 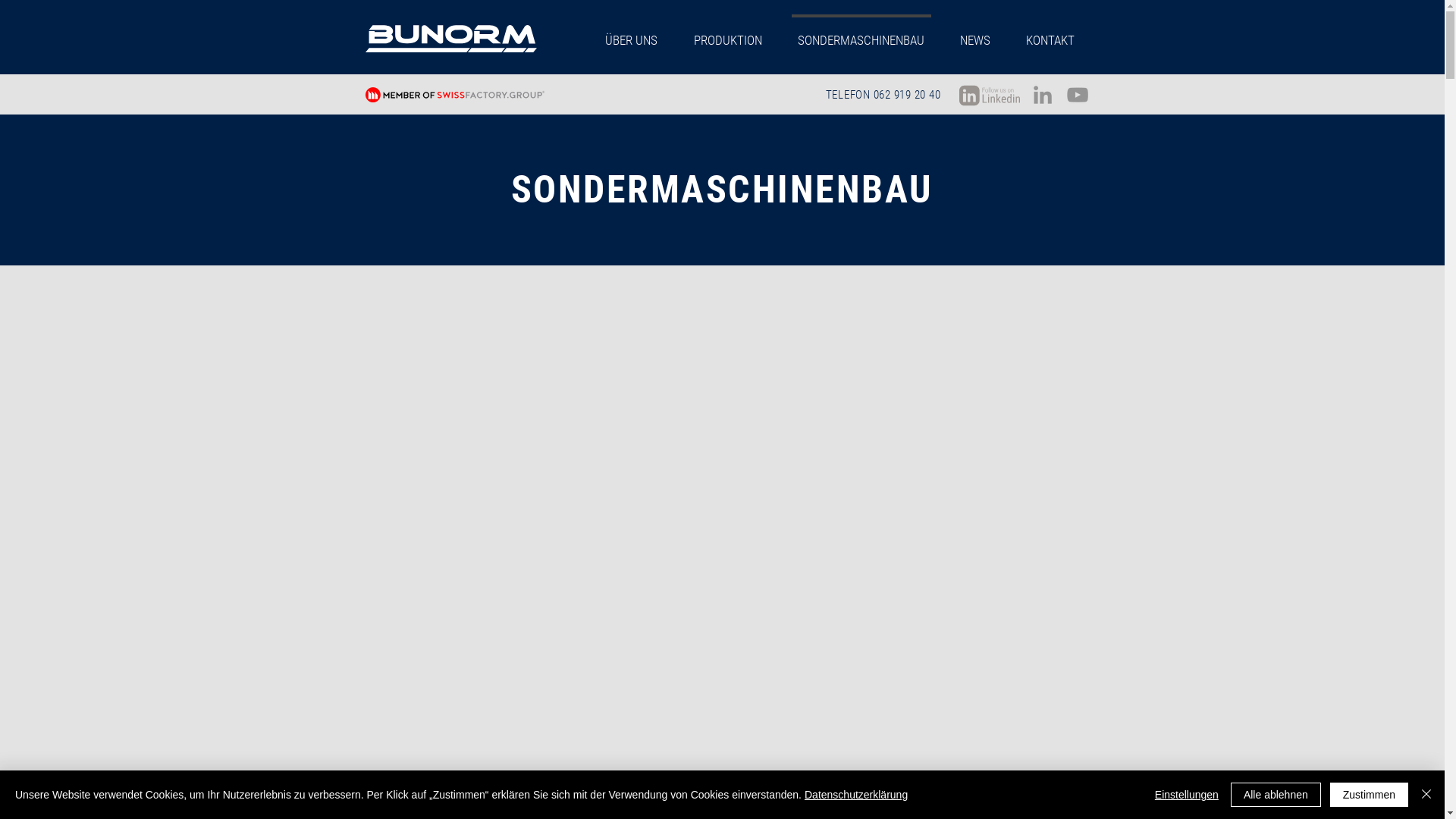 What do you see at coordinates (728, 33) in the screenshot?
I see `'PRODUKTION'` at bounding box center [728, 33].